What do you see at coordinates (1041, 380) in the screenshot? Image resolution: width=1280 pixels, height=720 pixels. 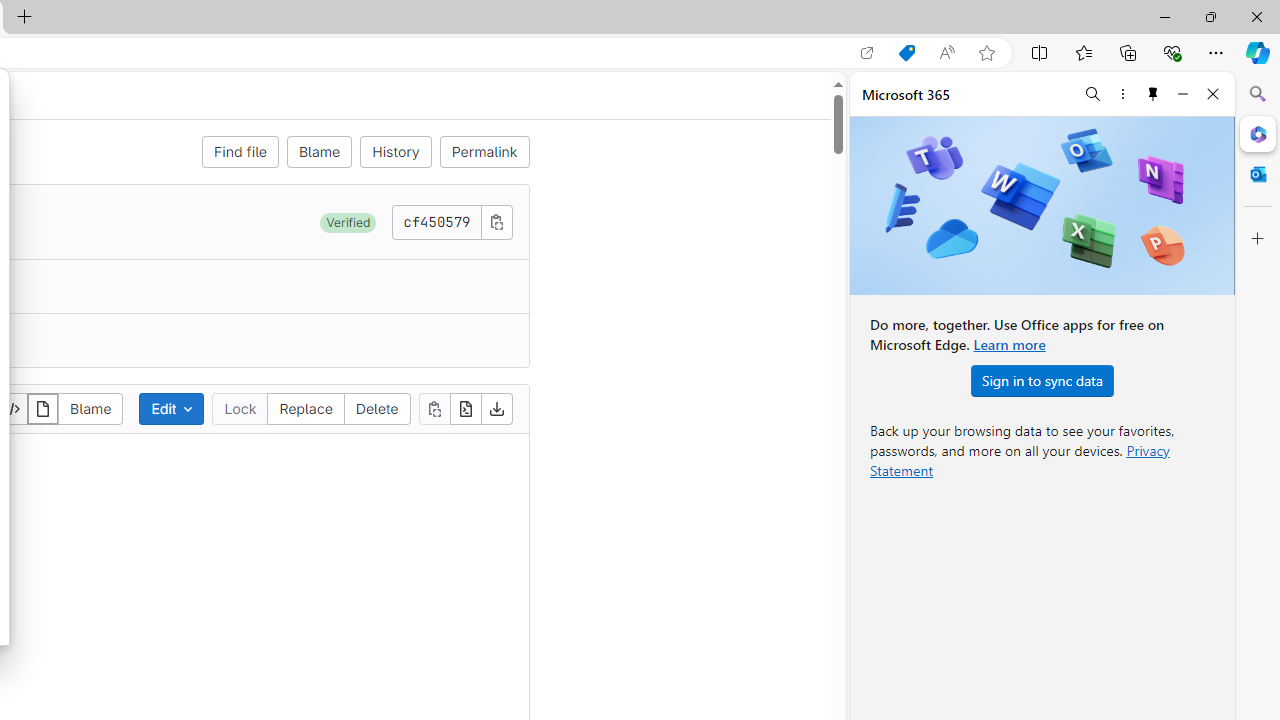 I see `'Sign in to sync data'` at bounding box center [1041, 380].